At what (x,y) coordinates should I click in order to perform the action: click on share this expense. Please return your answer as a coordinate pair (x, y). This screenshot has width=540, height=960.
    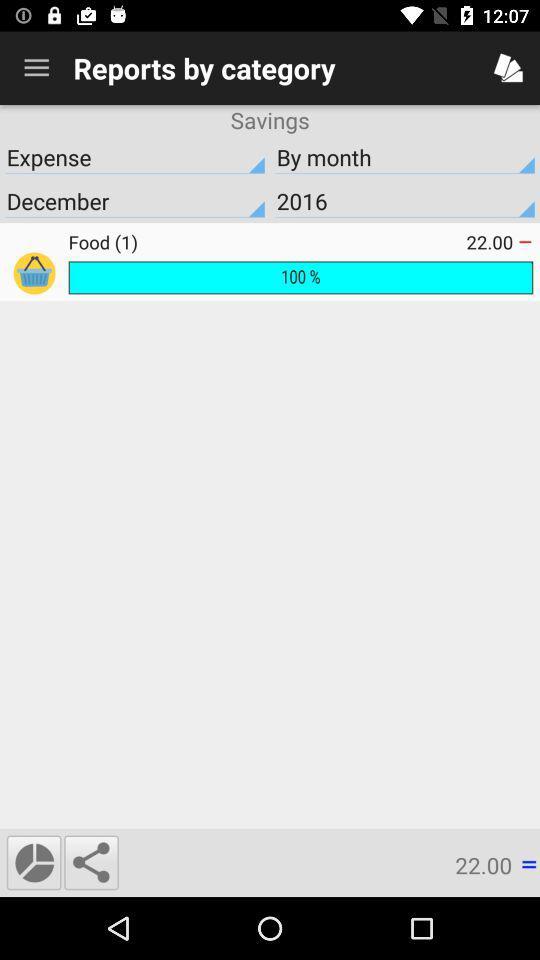
    Looking at the image, I should click on (90, 861).